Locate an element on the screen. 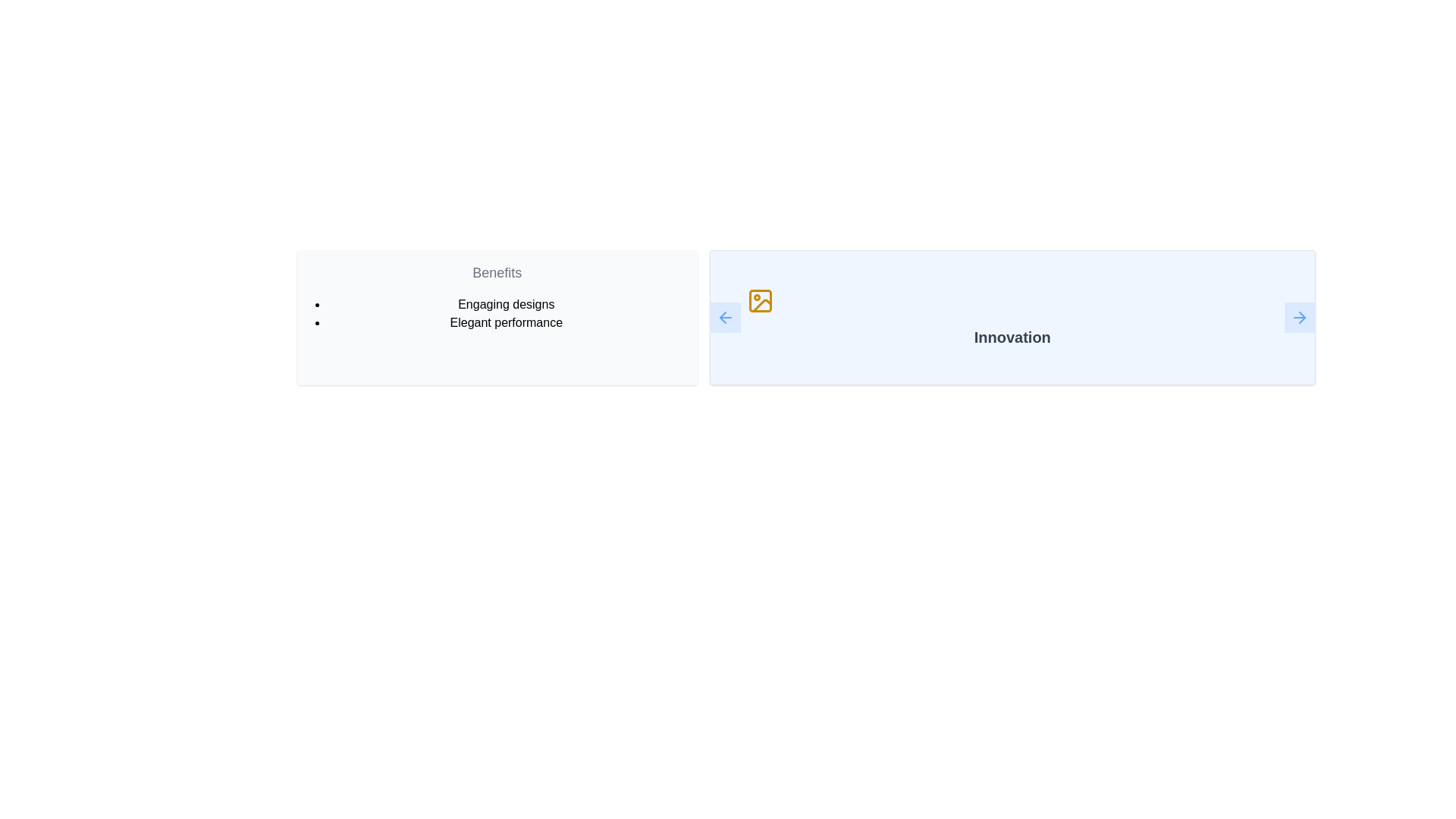 The height and width of the screenshot is (819, 1456). the navigational arrow icon located within the blue button labeled 'Innovation' on the far right of the second section is located at coordinates (1298, 317).